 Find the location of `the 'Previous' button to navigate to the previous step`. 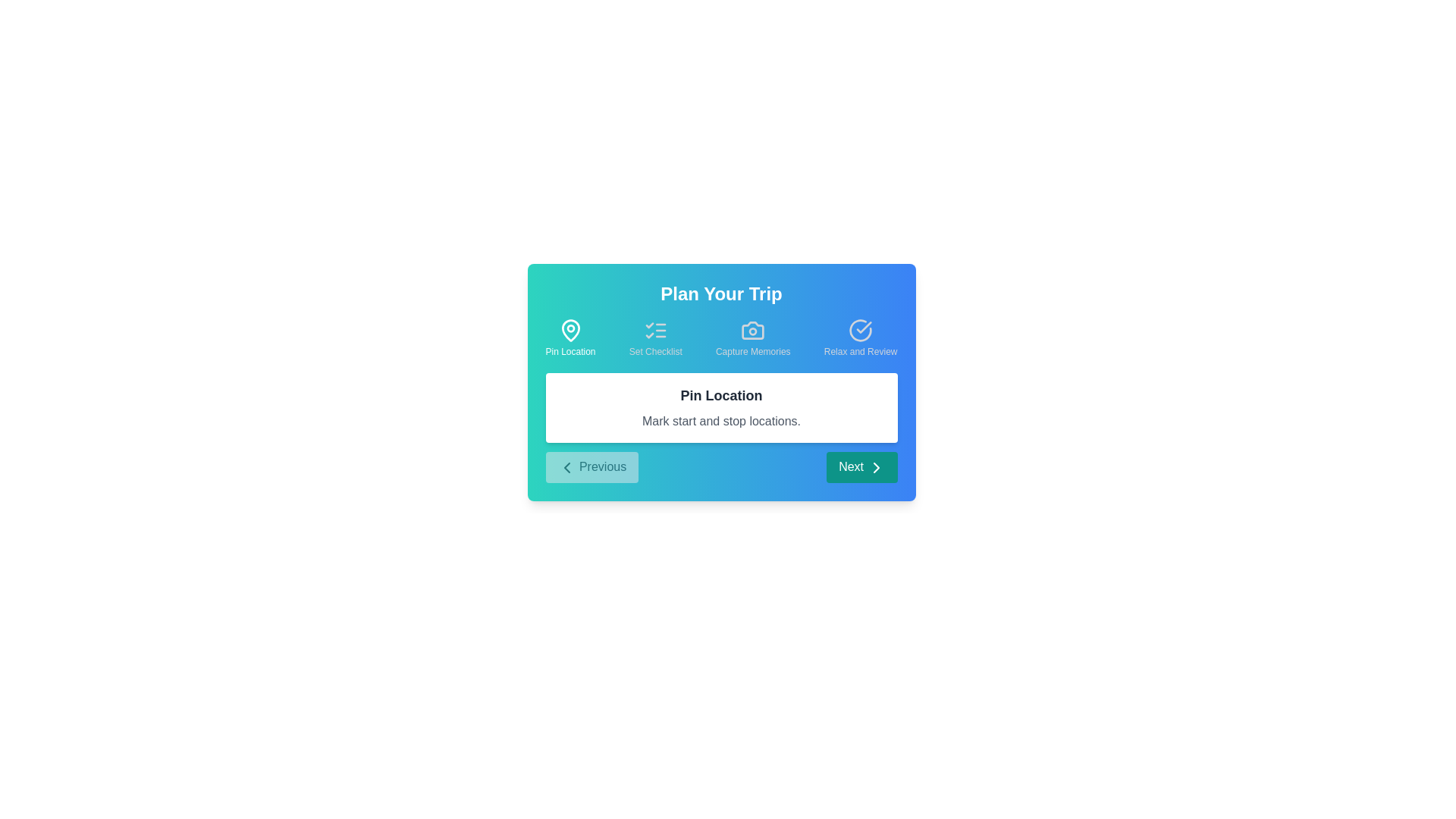

the 'Previous' button to navigate to the previous step is located at coordinates (591, 466).